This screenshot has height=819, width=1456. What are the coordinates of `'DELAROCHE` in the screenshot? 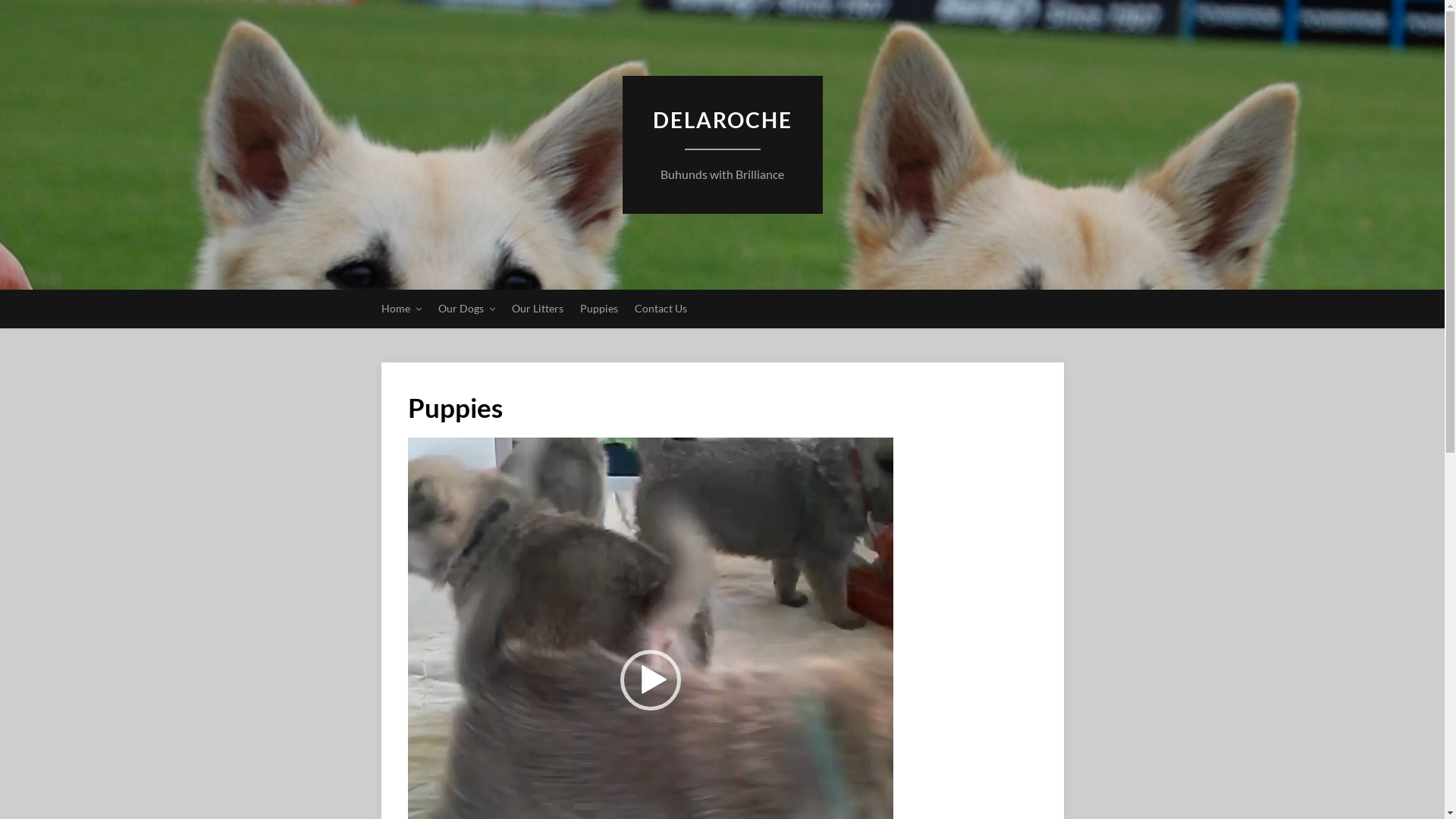 It's located at (720, 174).